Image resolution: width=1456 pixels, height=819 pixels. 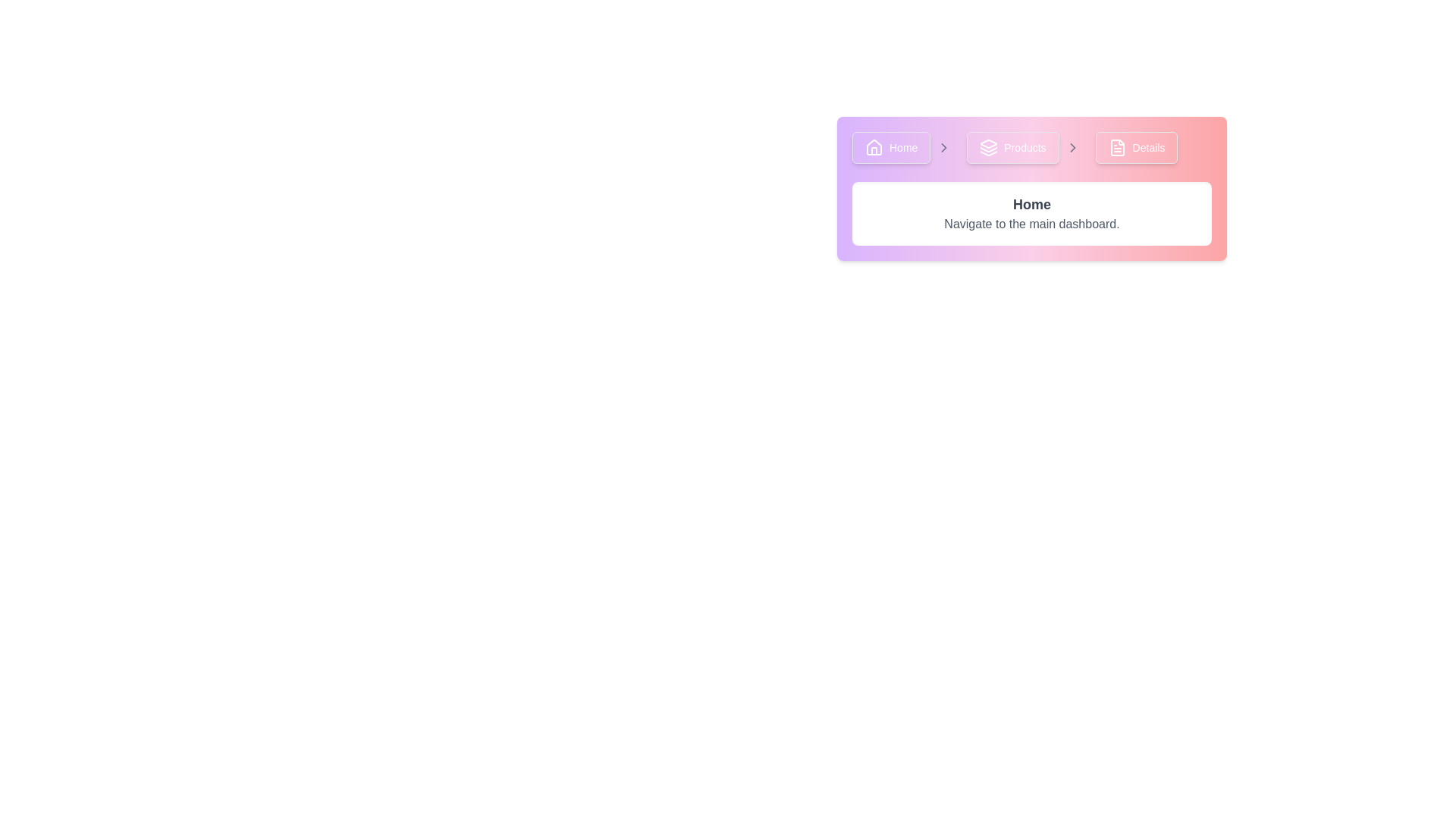 I want to click on the 'Details' button in the breadcrumb navigation bar, which has a pale pink background and a white document icon, so click(x=1136, y=148).